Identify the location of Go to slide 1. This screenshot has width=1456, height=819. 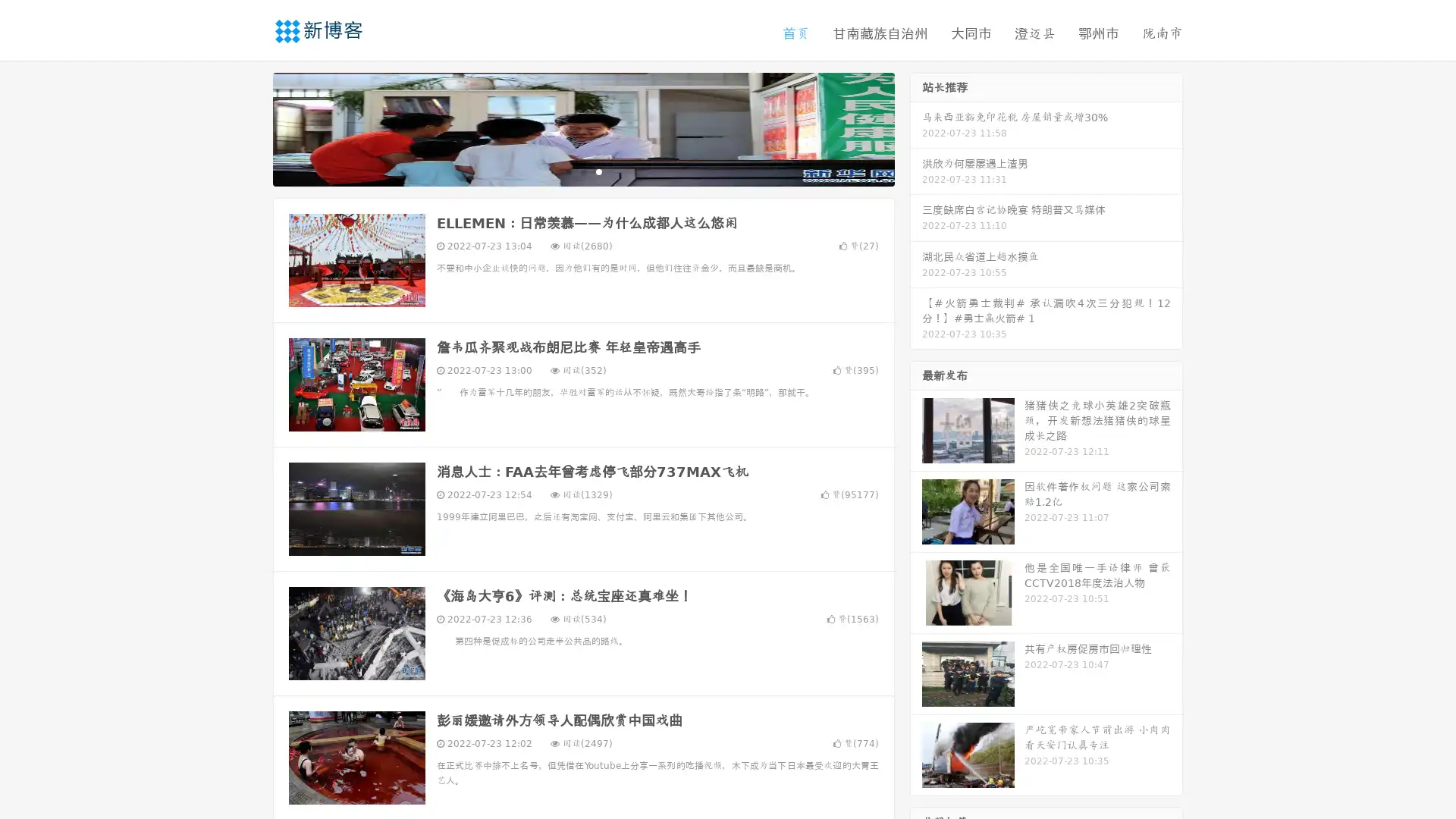
(567, 171).